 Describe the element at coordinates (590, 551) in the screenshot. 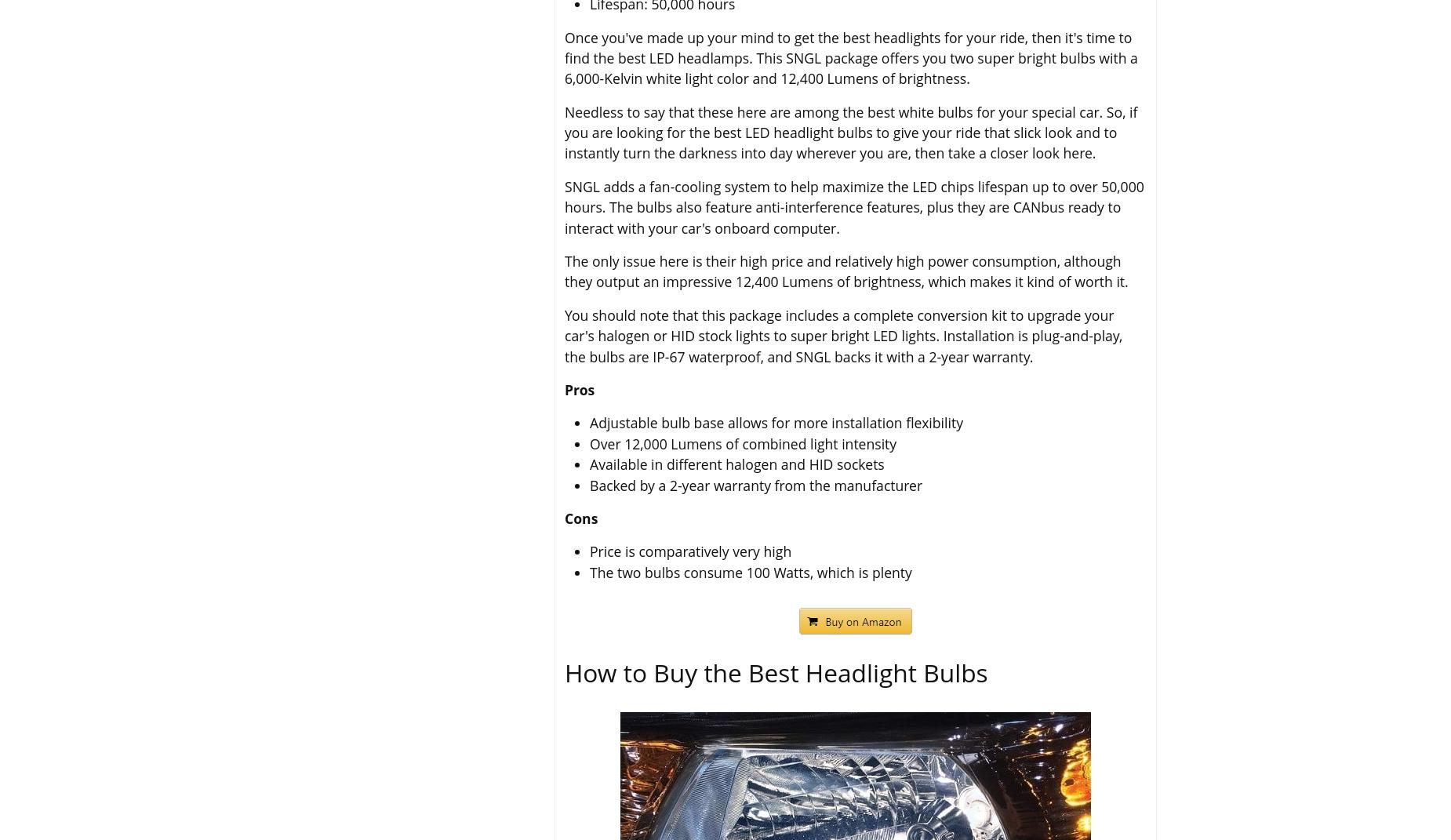

I see `'Price is comparatively very high'` at that location.